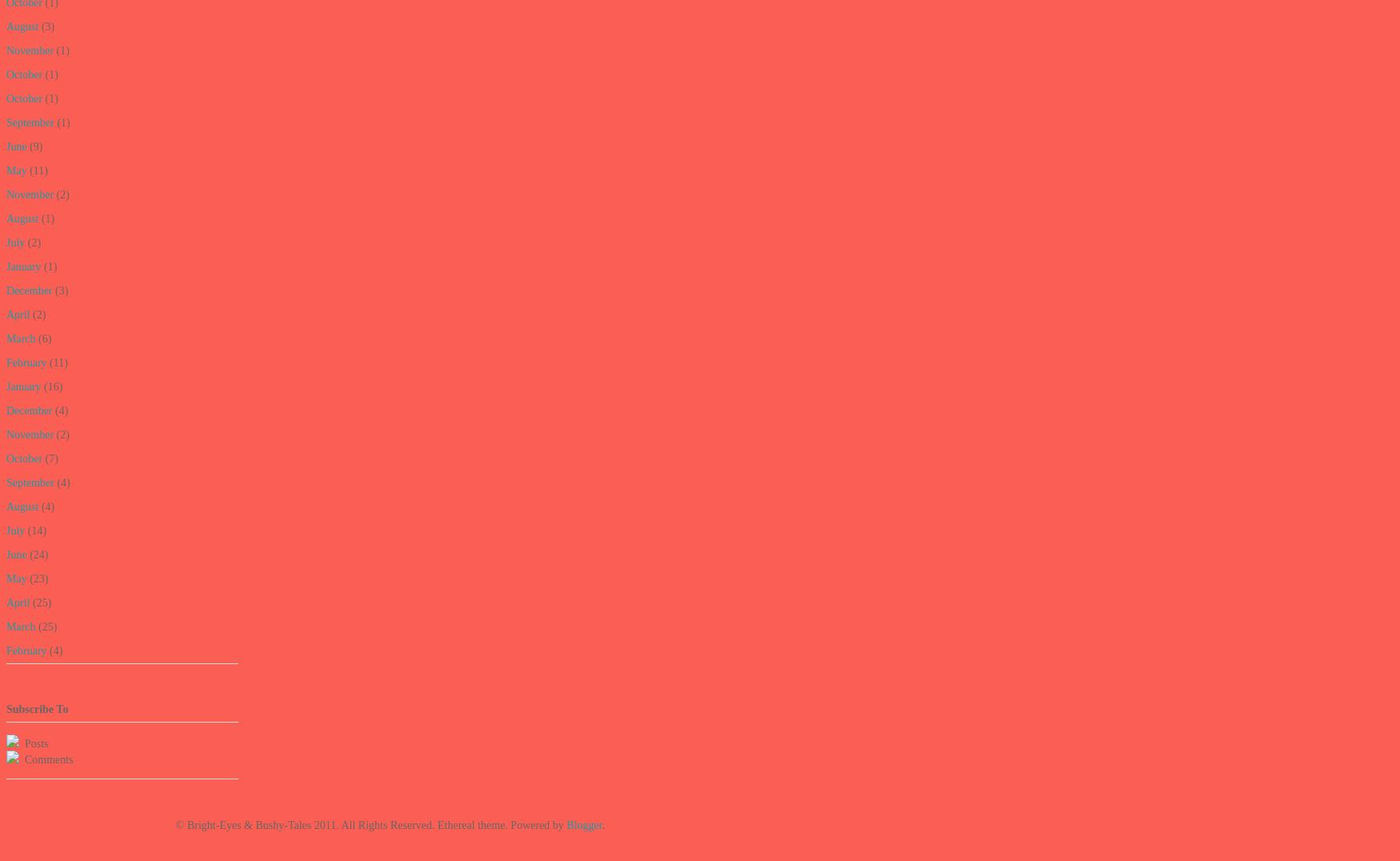  I want to click on '(6)', so click(34, 338).